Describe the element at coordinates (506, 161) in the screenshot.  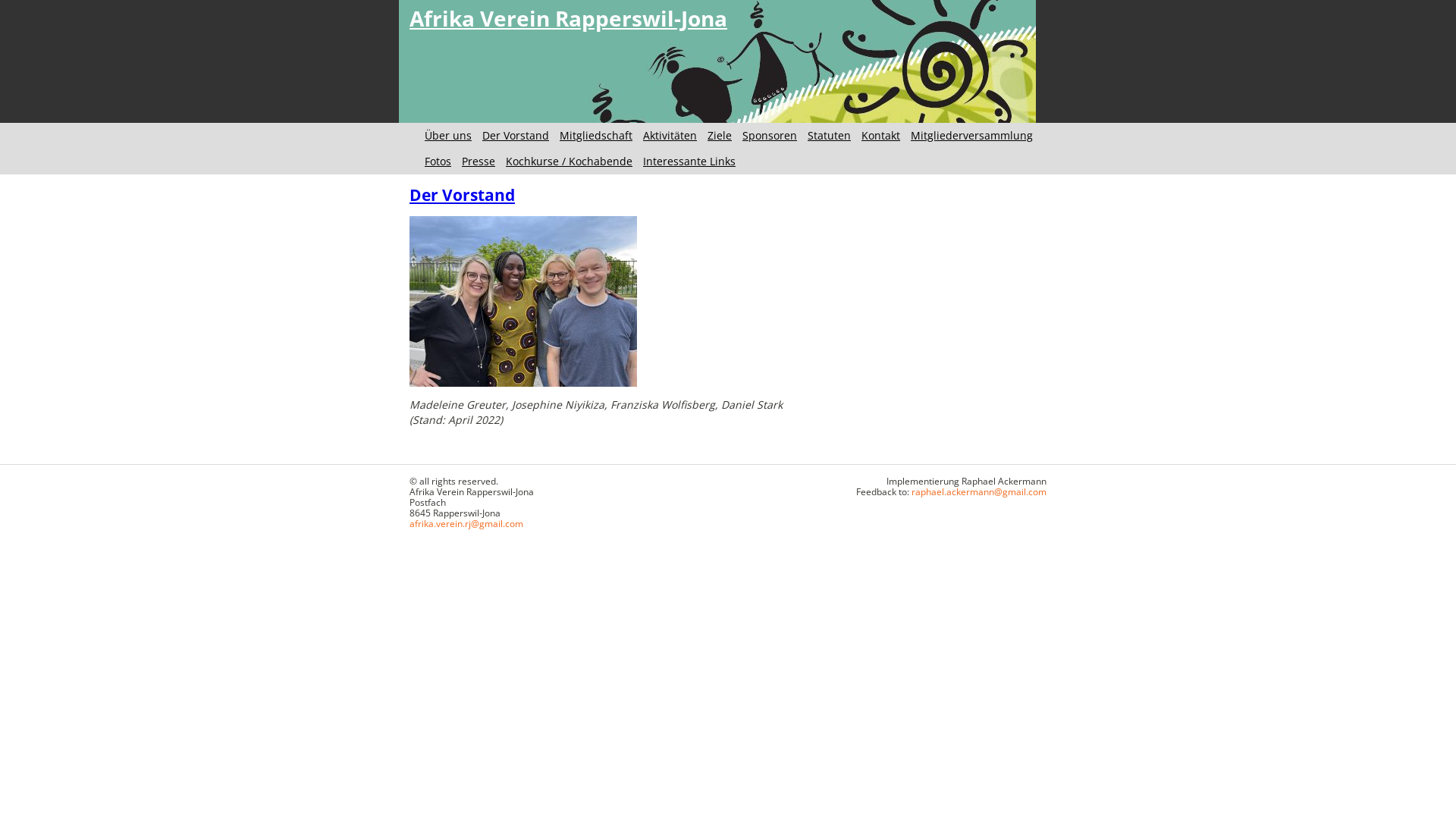
I see `'Kochkurse / Kochabende'` at that location.